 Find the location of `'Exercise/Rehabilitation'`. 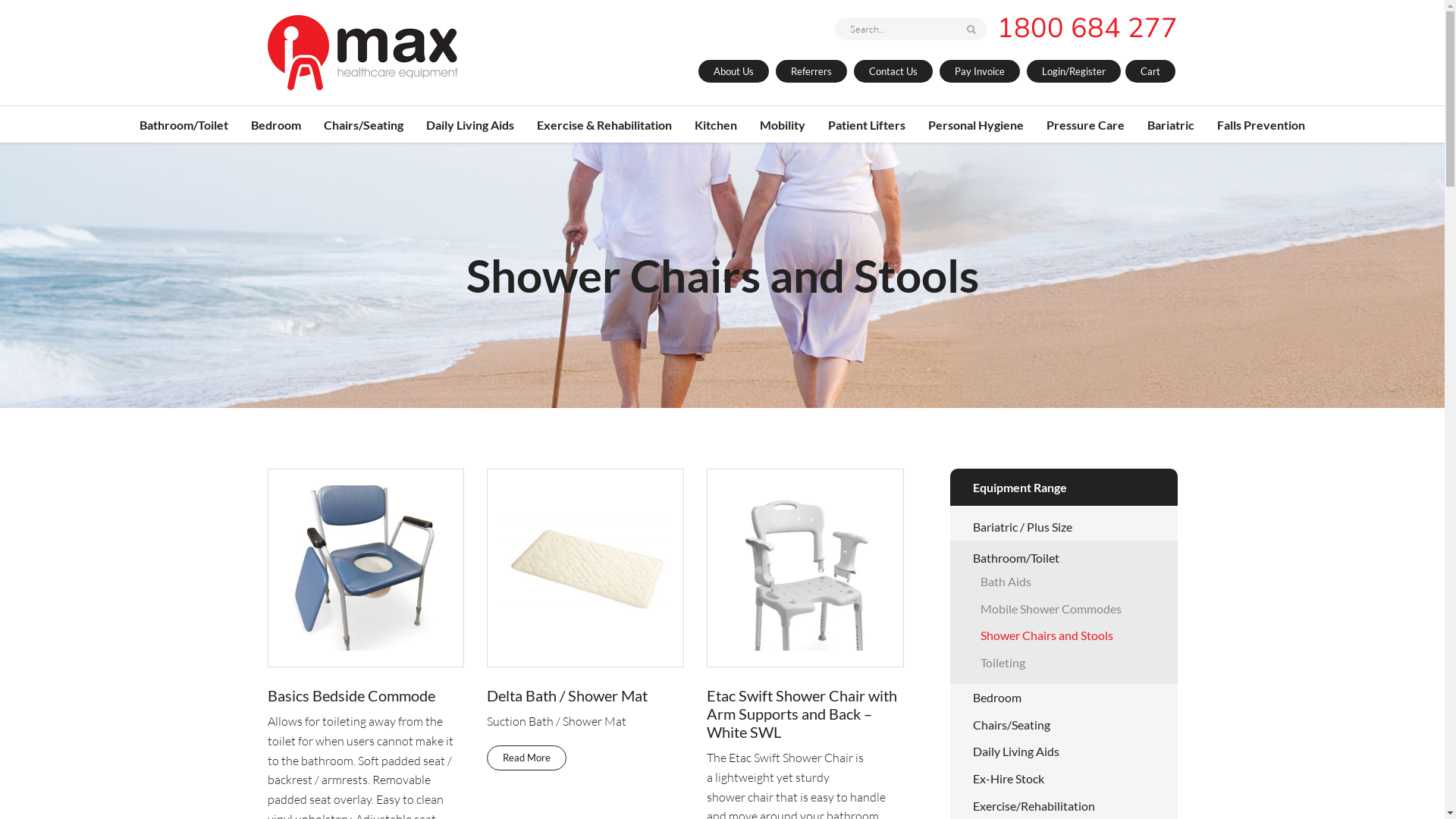

'Exercise/Rehabilitation' is located at coordinates (1032, 805).